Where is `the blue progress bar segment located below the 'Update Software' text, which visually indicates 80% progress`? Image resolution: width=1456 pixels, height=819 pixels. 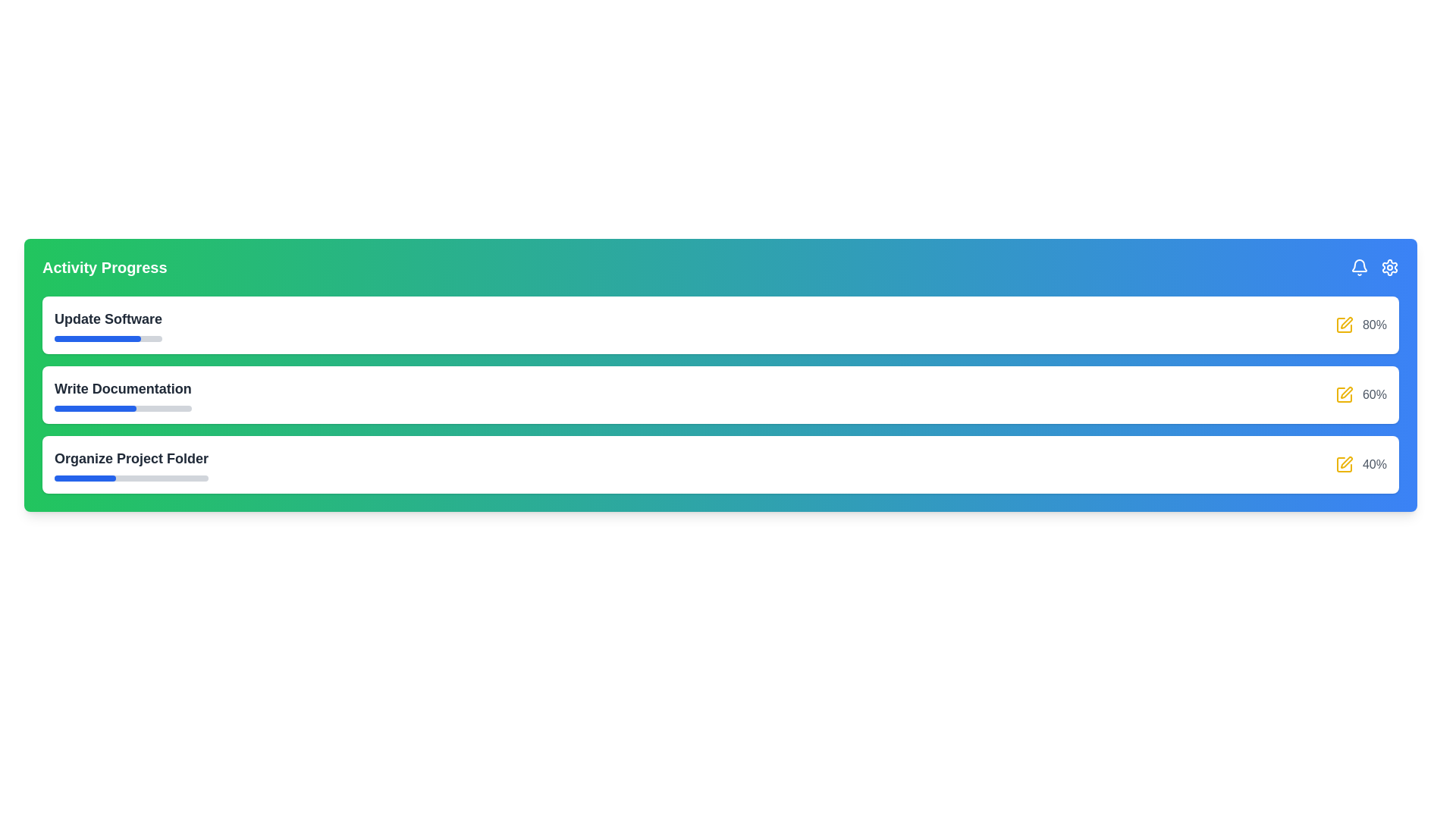 the blue progress bar segment located below the 'Update Software' text, which visually indicates 80% progress is located at coordinates (96, 338).